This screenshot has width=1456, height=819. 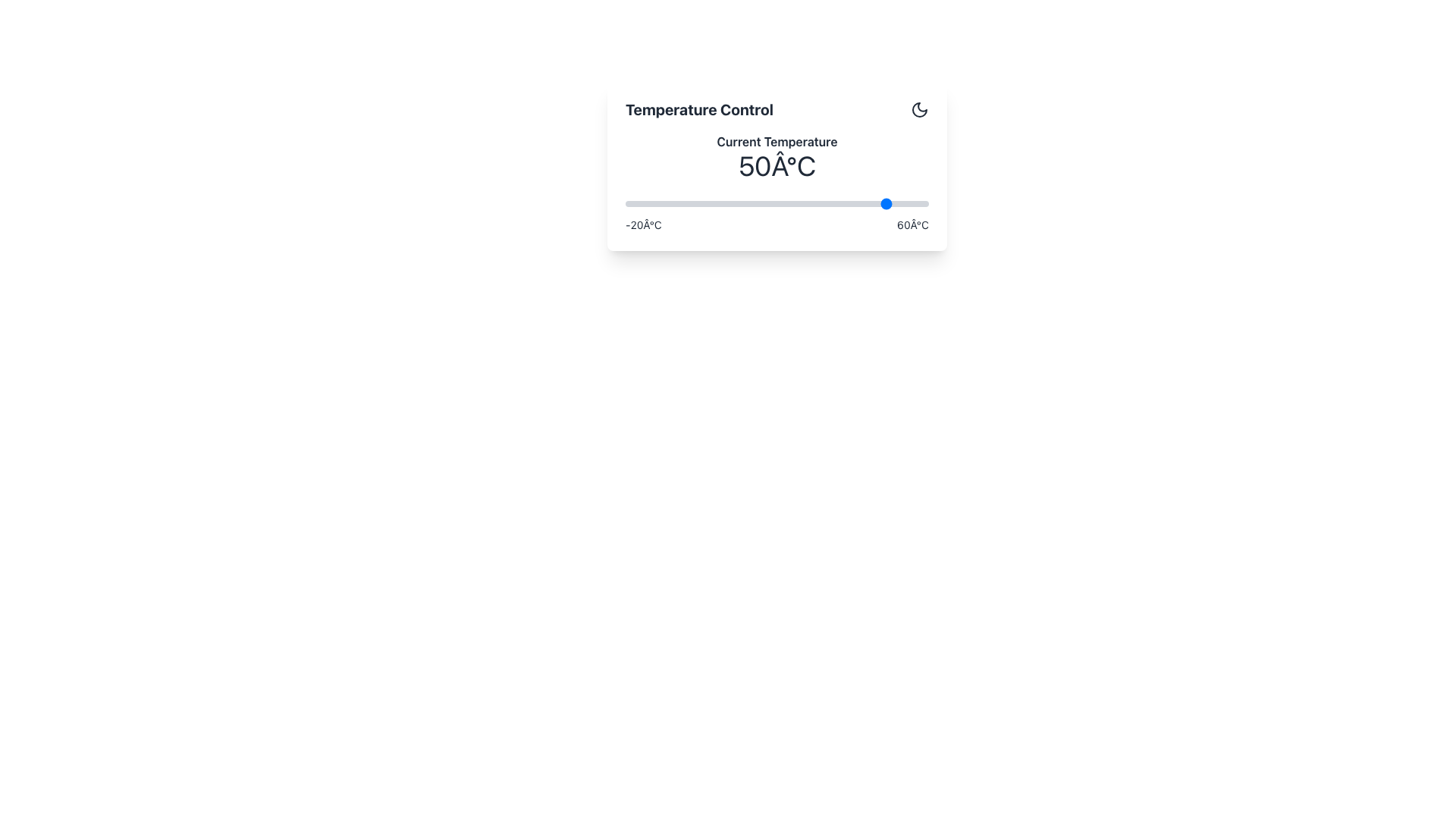 What do you see at coordinates (746, 203) in the screenshot?
I see `the temperature` at bounding box center [746, 203].